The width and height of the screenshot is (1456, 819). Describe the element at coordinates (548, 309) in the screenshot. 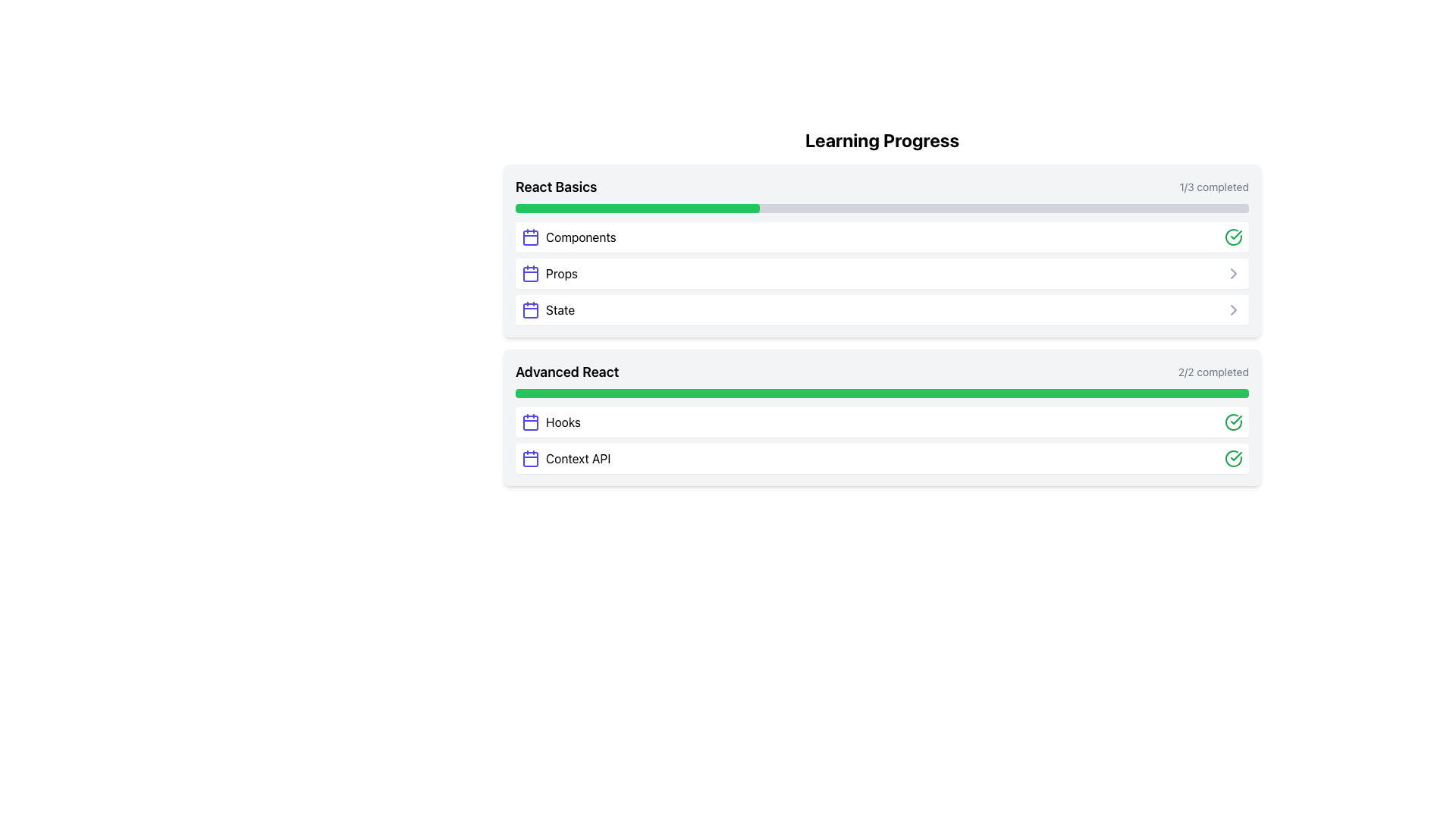

I see `the calendar icon and text label for 'State' in the third row of the 'React Basics' section` at that location.